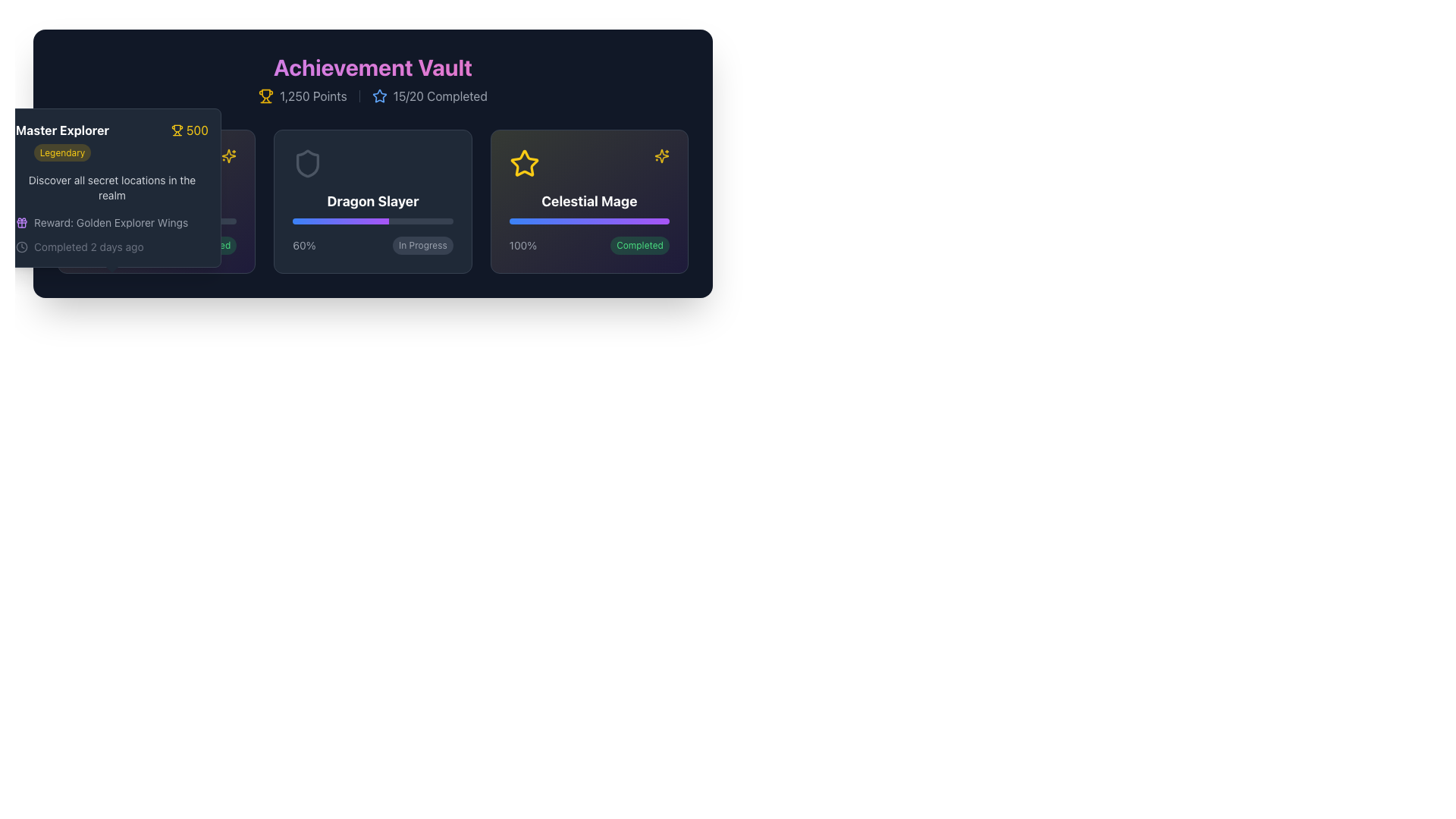  What do you see at coordinates (61, 152) in the screenshot?
I see `the 'Legendary' status label indicating the 'Master Explorer' achievement, which is located directly beneath the title in the card-like structure` at bounding box center [61, 152].